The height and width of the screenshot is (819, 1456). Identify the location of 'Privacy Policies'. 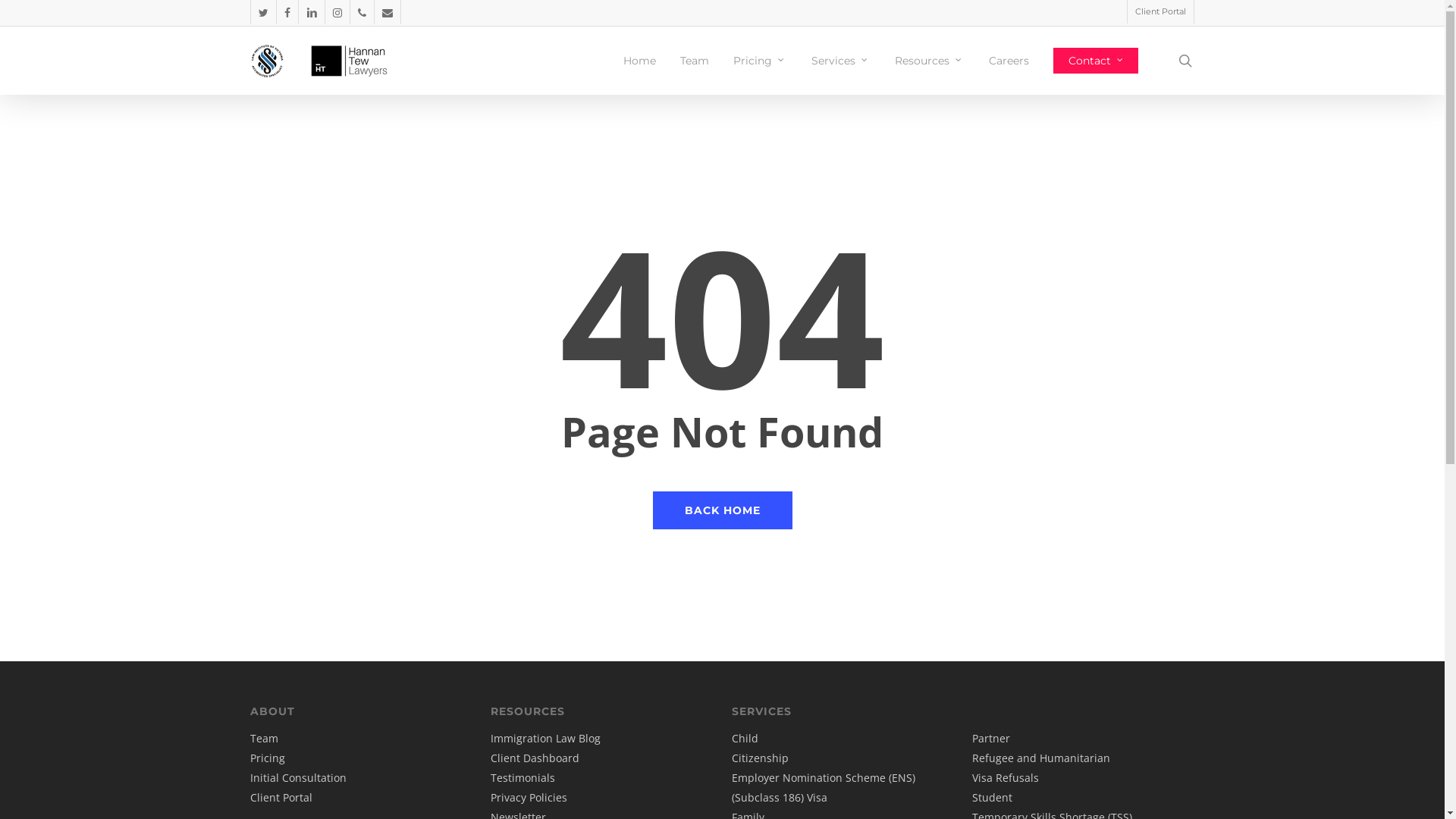
(529, 796).